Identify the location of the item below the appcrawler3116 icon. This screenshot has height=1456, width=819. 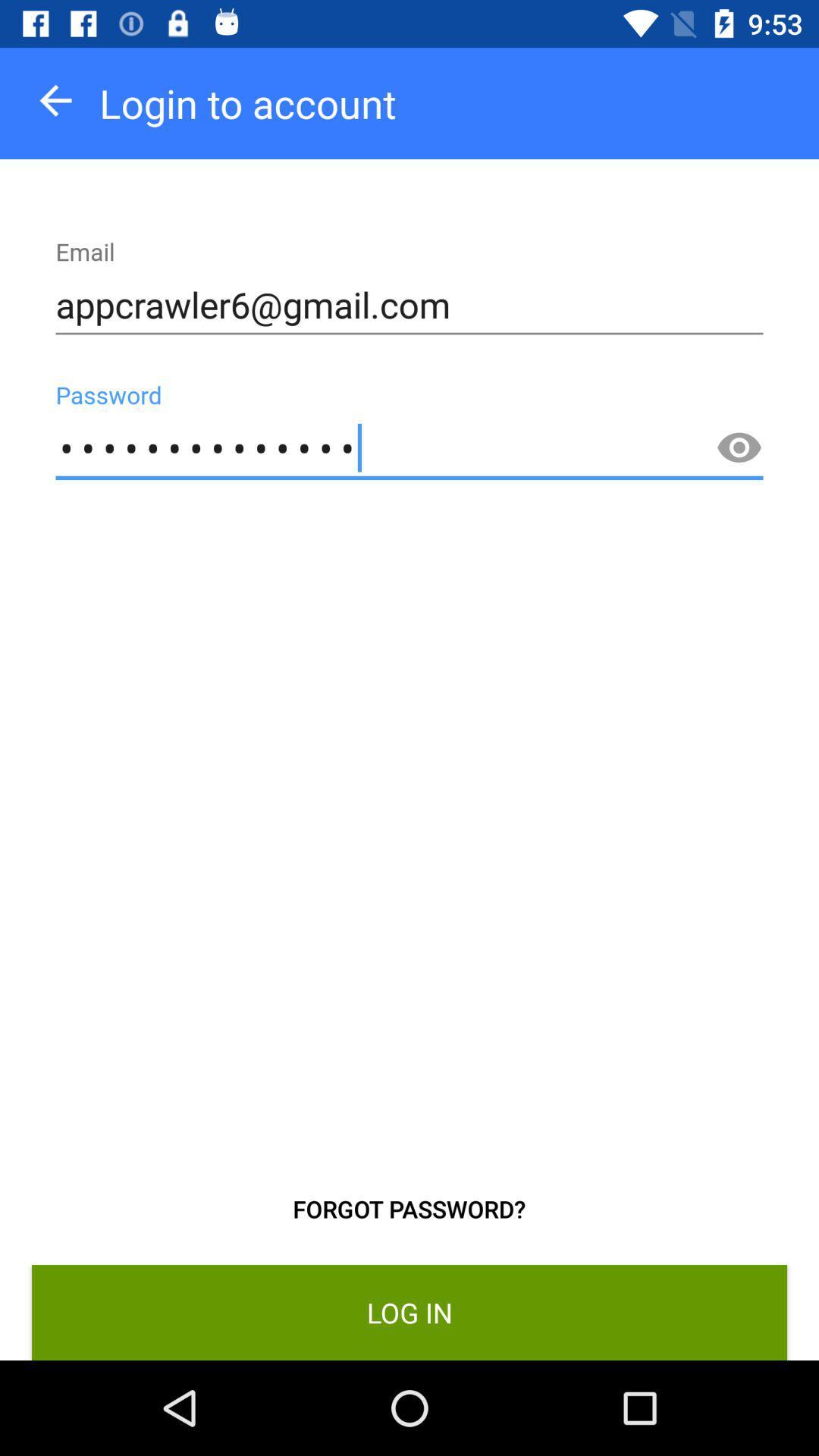
(408, 1208).